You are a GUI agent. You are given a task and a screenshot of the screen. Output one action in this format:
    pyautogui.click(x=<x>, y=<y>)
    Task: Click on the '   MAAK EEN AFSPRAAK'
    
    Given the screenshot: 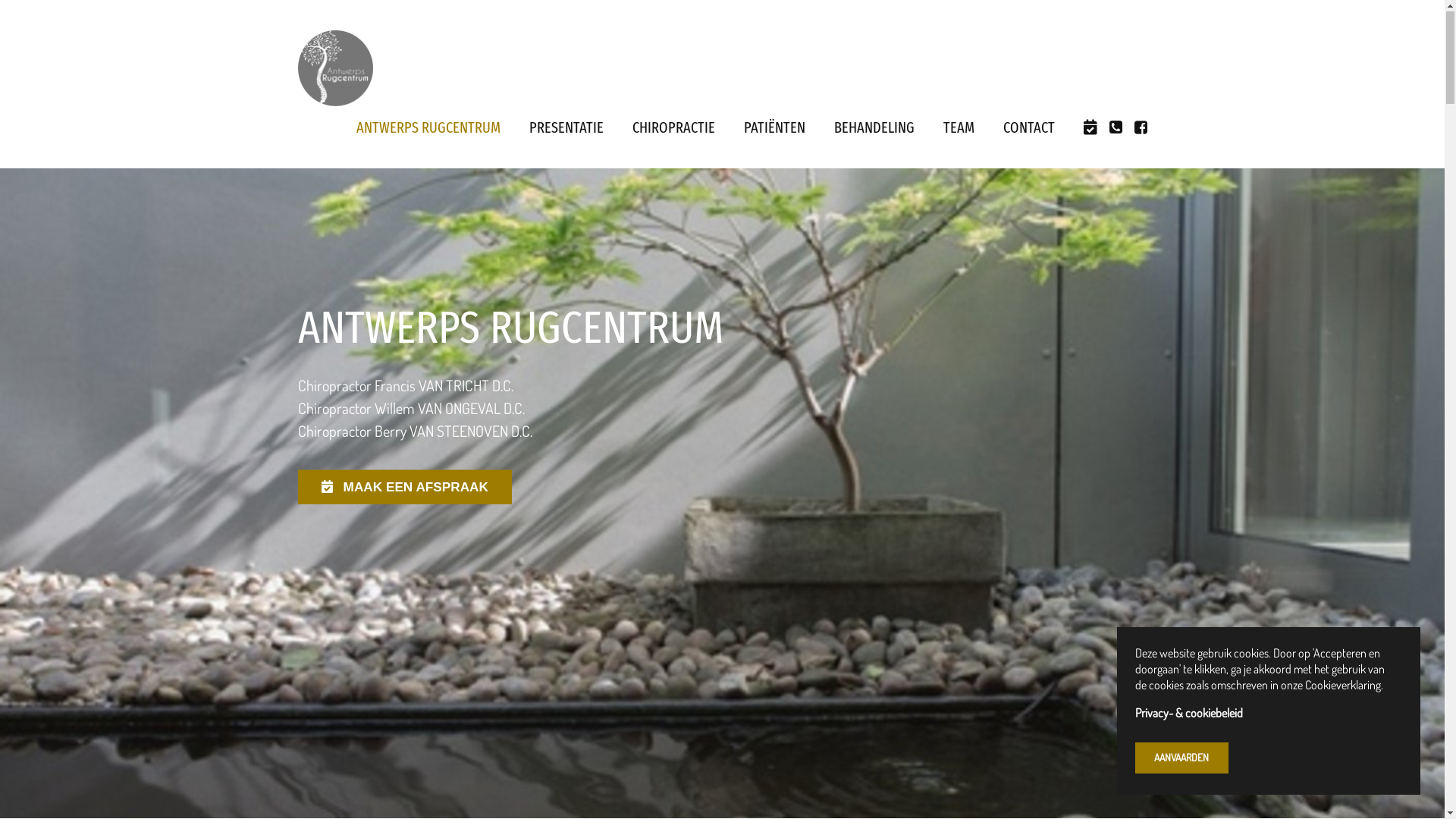 What is the action you would take?
    pyautogui.click(x=404, y=488)
    